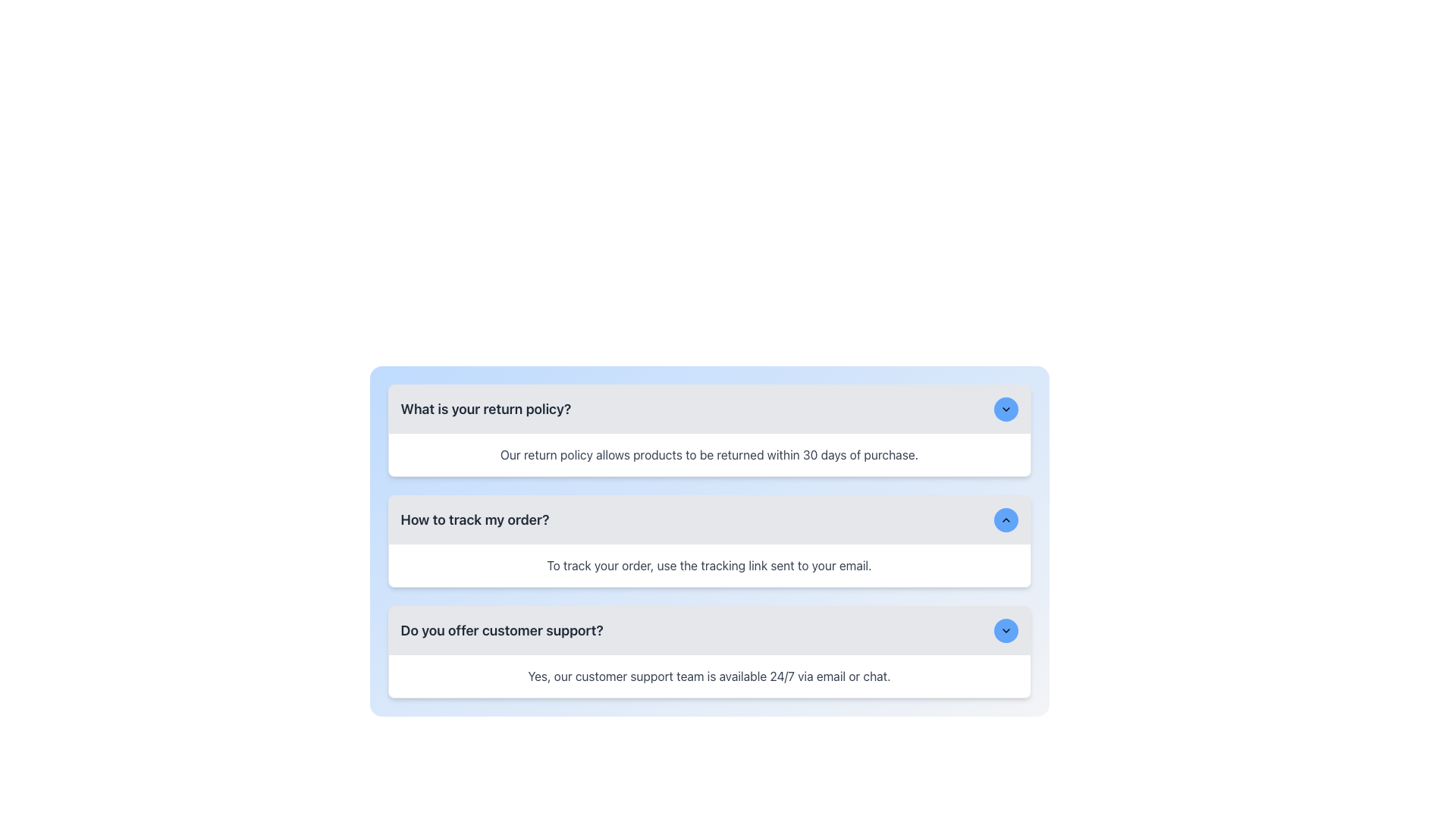 The image size is (1456, 819). Describe the element at coordinates (1006, 409) in the screenshot. I see `the chevron-shaped icon within the circular button on the right edge of the card containing the question 'What is your return policy?'` at that location.